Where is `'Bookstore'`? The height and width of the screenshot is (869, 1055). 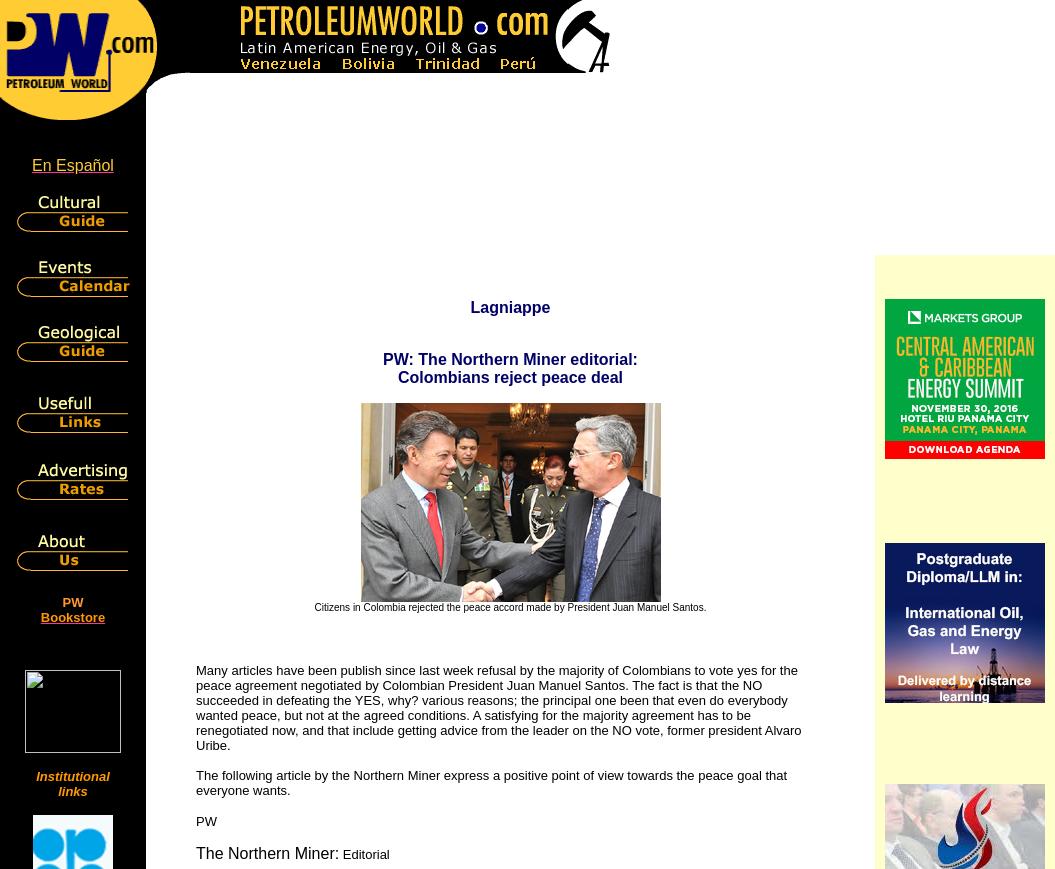 'Bookstore' is located at coordinates (71, 617).